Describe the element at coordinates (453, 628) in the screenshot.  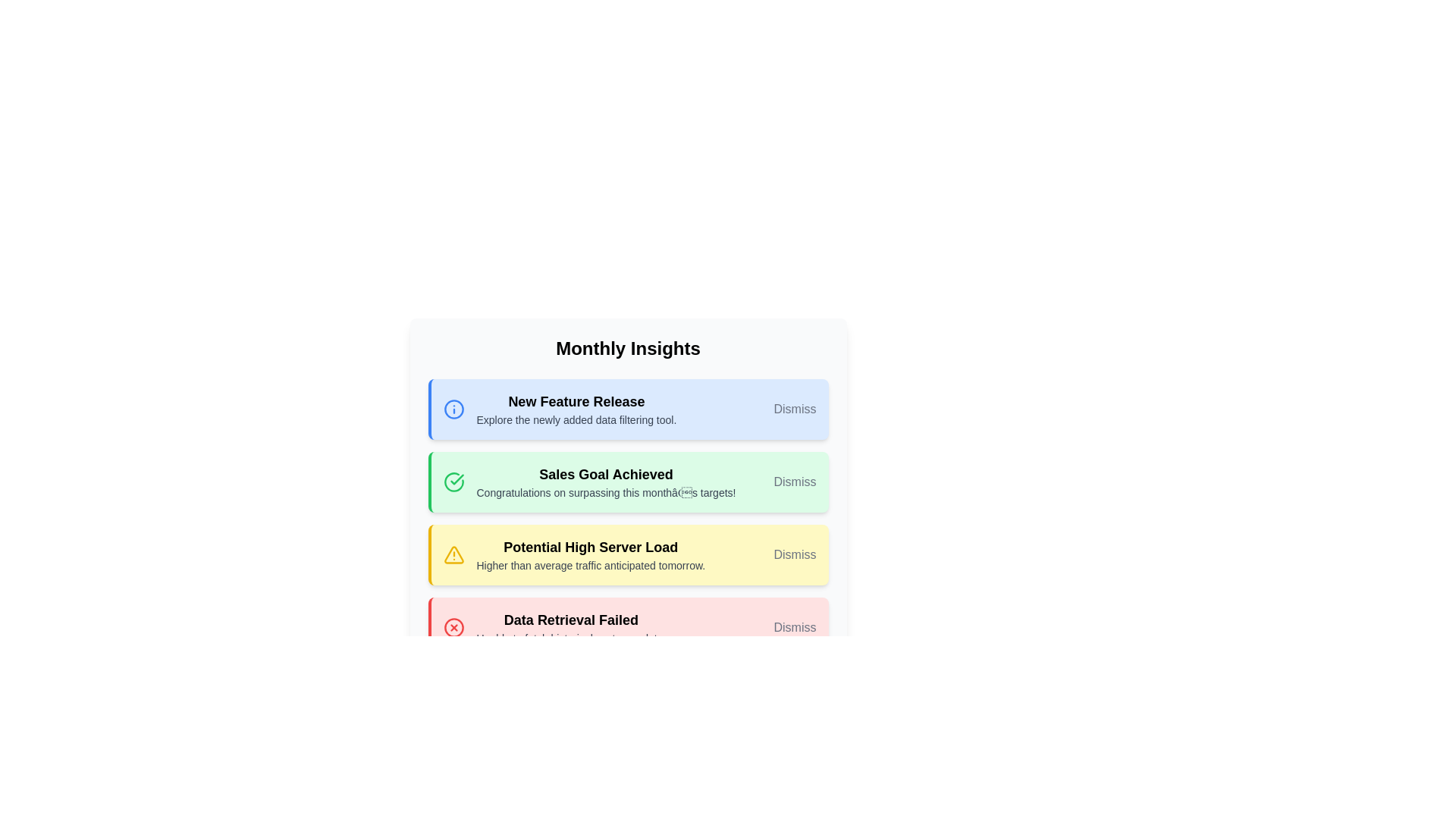
I see `the circular icon with a red border and a red 'X' symbol, indicating an error action, located in the 'Data Retrieval Failed' notification area` at that location.